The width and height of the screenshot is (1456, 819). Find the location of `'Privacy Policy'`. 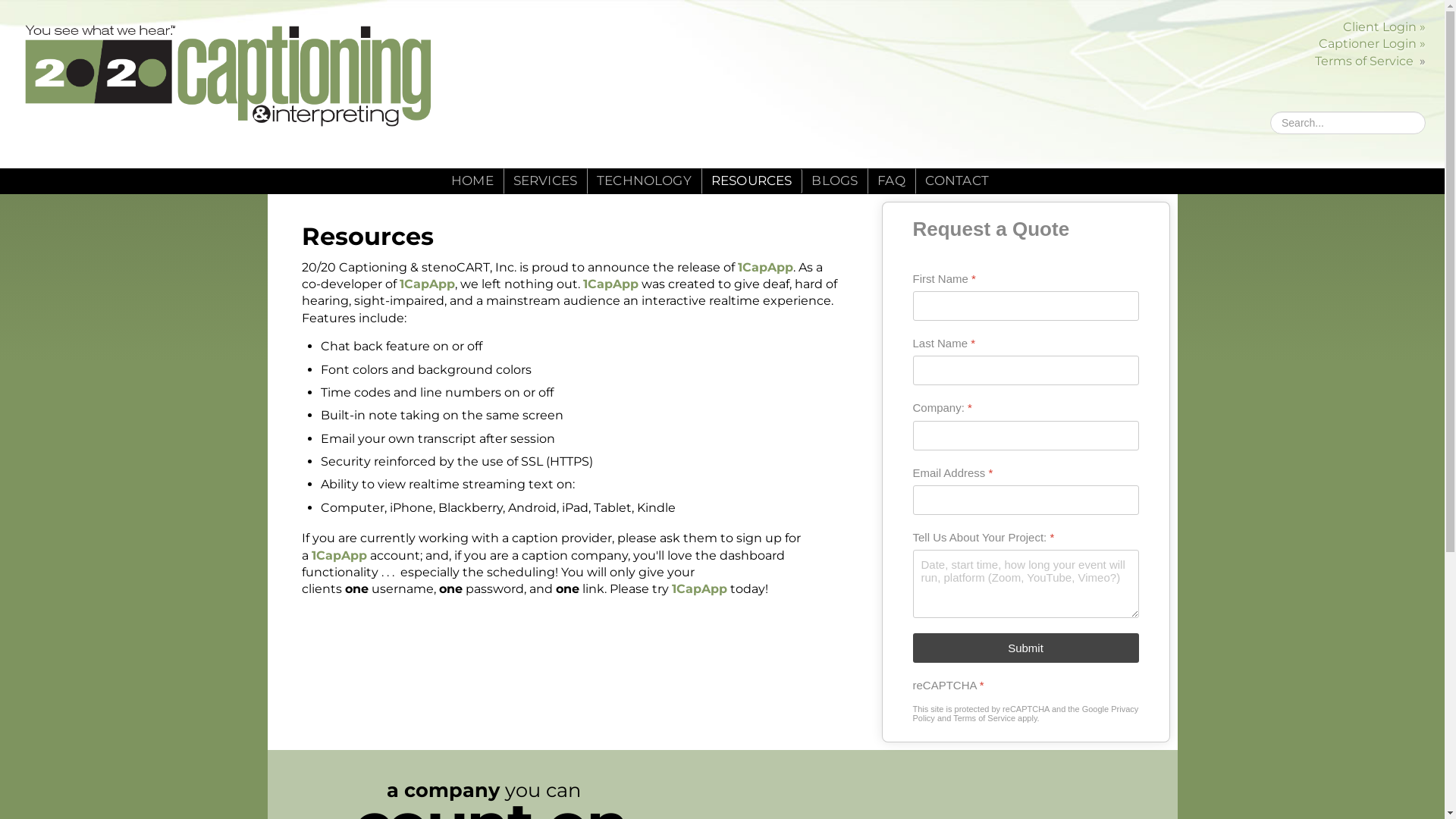

'Privacy Policy' is located at coordinates (1026, 714).